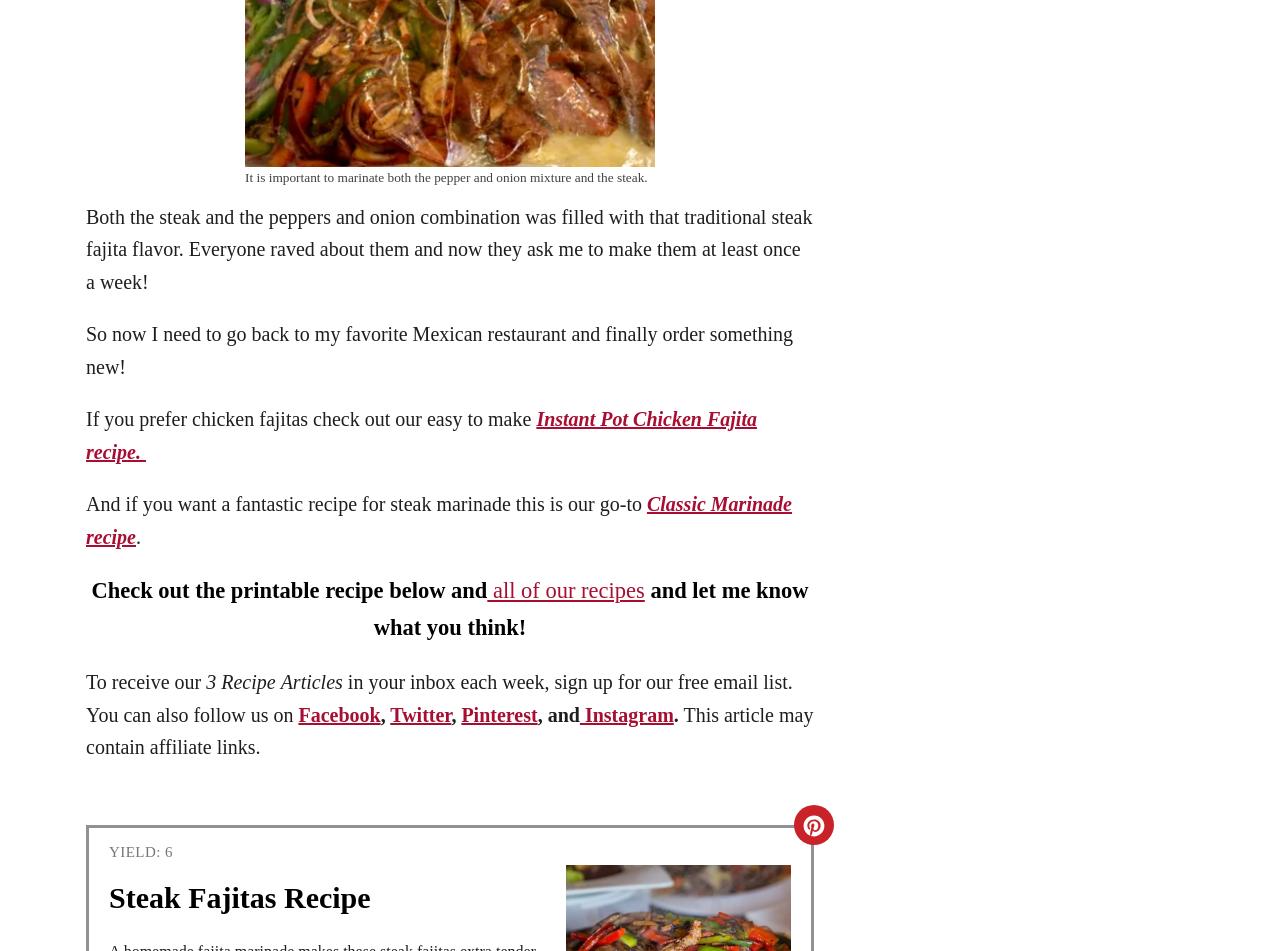 The height and width of the screenshot is (951, 1280). I want to click on 'It is important to marinate both the pepper and onion mixture and the steak.', so click(444, 176).